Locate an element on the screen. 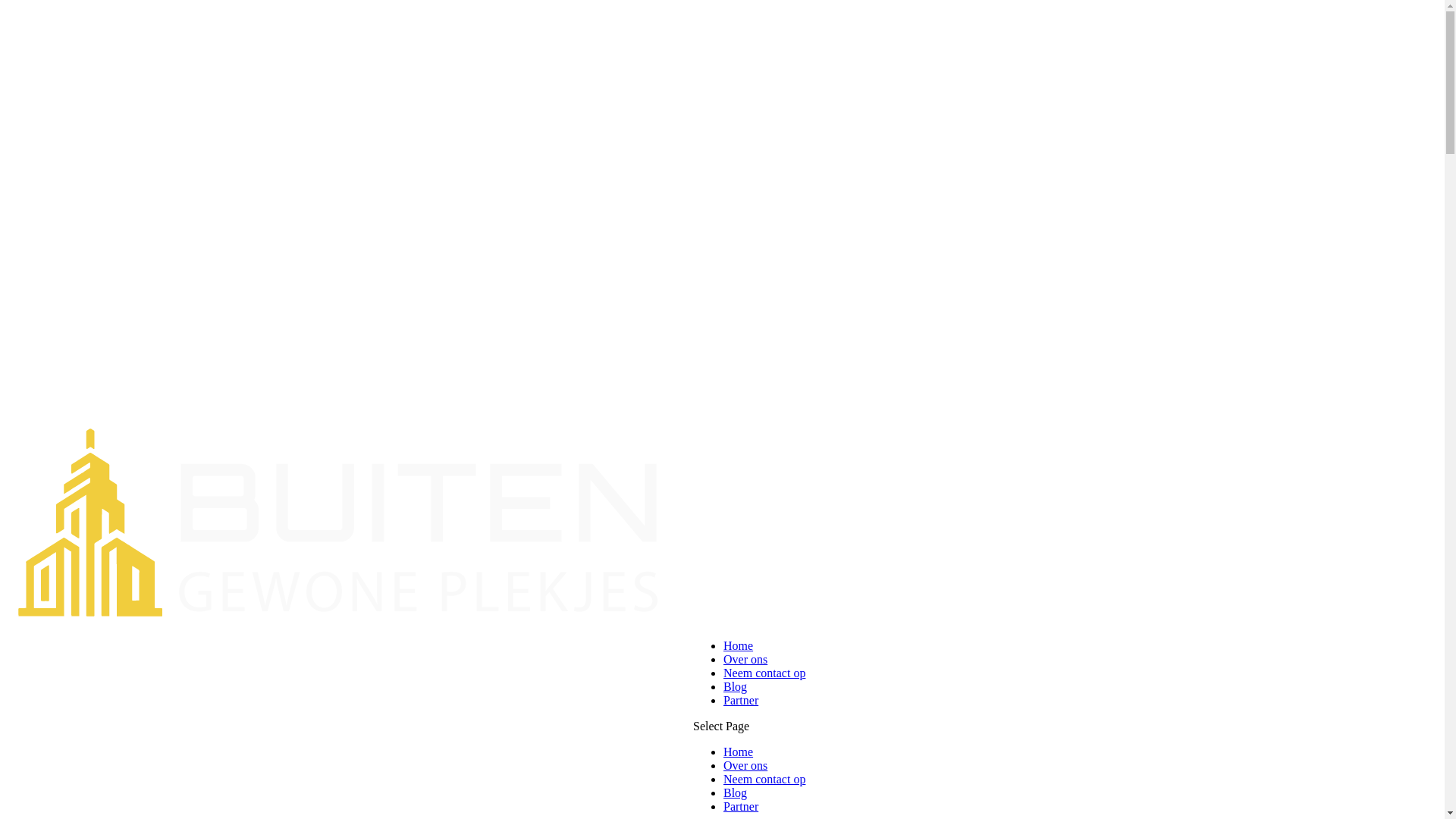  'Partner' is located at coordinates (741, 805).